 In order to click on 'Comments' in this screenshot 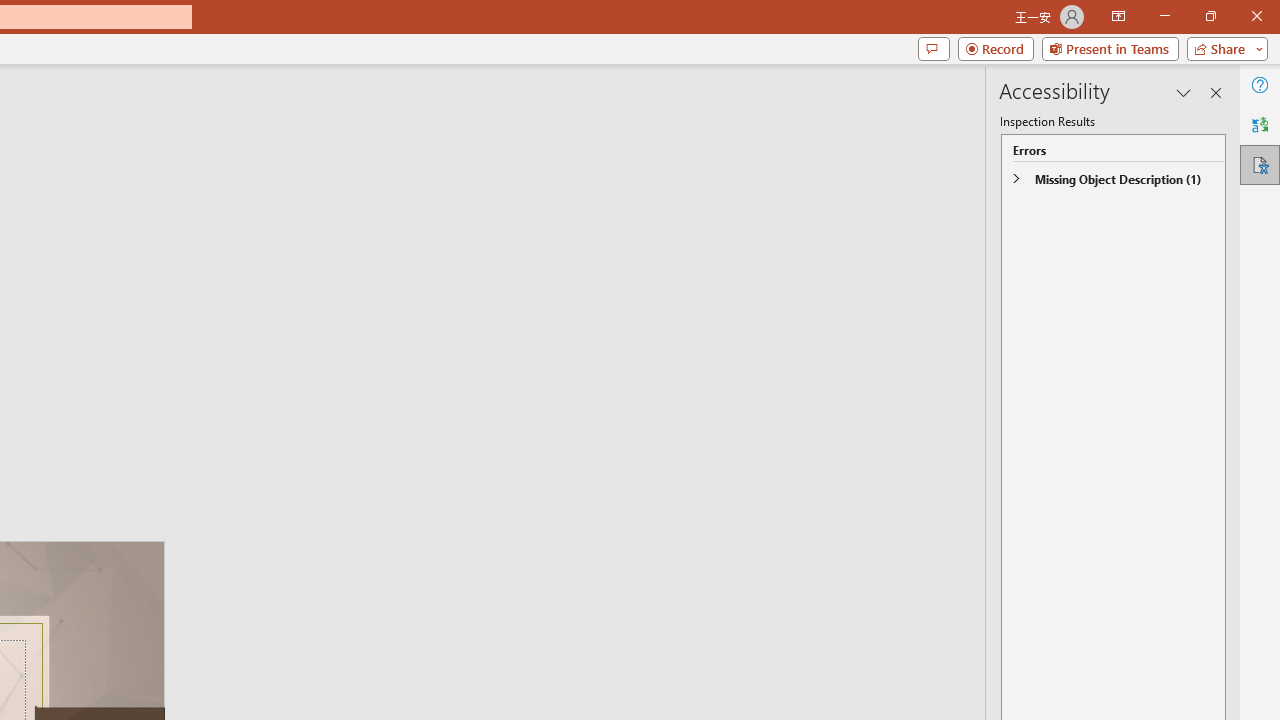, I will do `click(932, 47)`.